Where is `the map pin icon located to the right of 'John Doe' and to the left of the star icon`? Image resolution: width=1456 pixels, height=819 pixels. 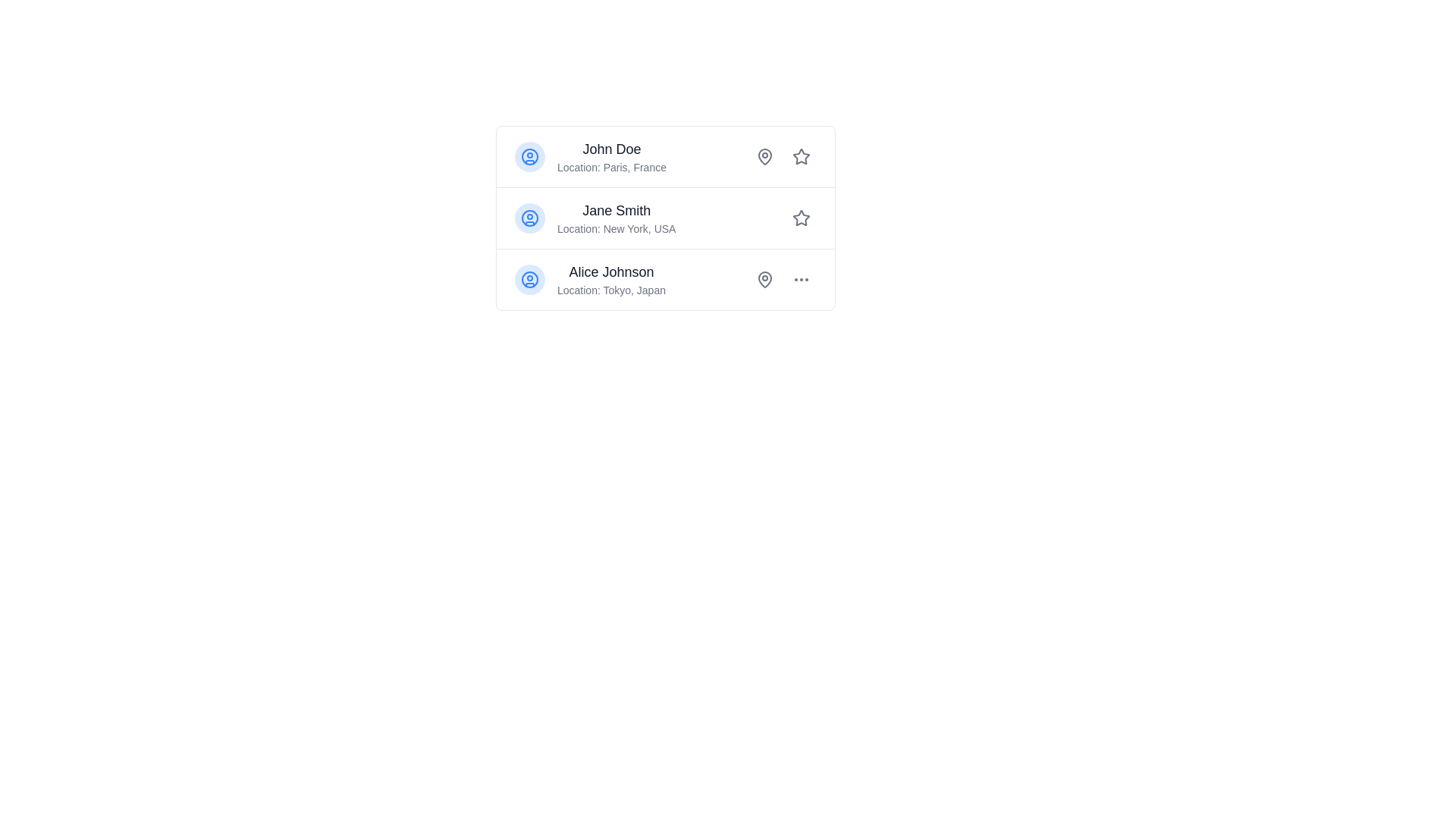
the map pin icon located to the right of 'John Doe' and to the left of the star icon is located at coordinates (764, 157).